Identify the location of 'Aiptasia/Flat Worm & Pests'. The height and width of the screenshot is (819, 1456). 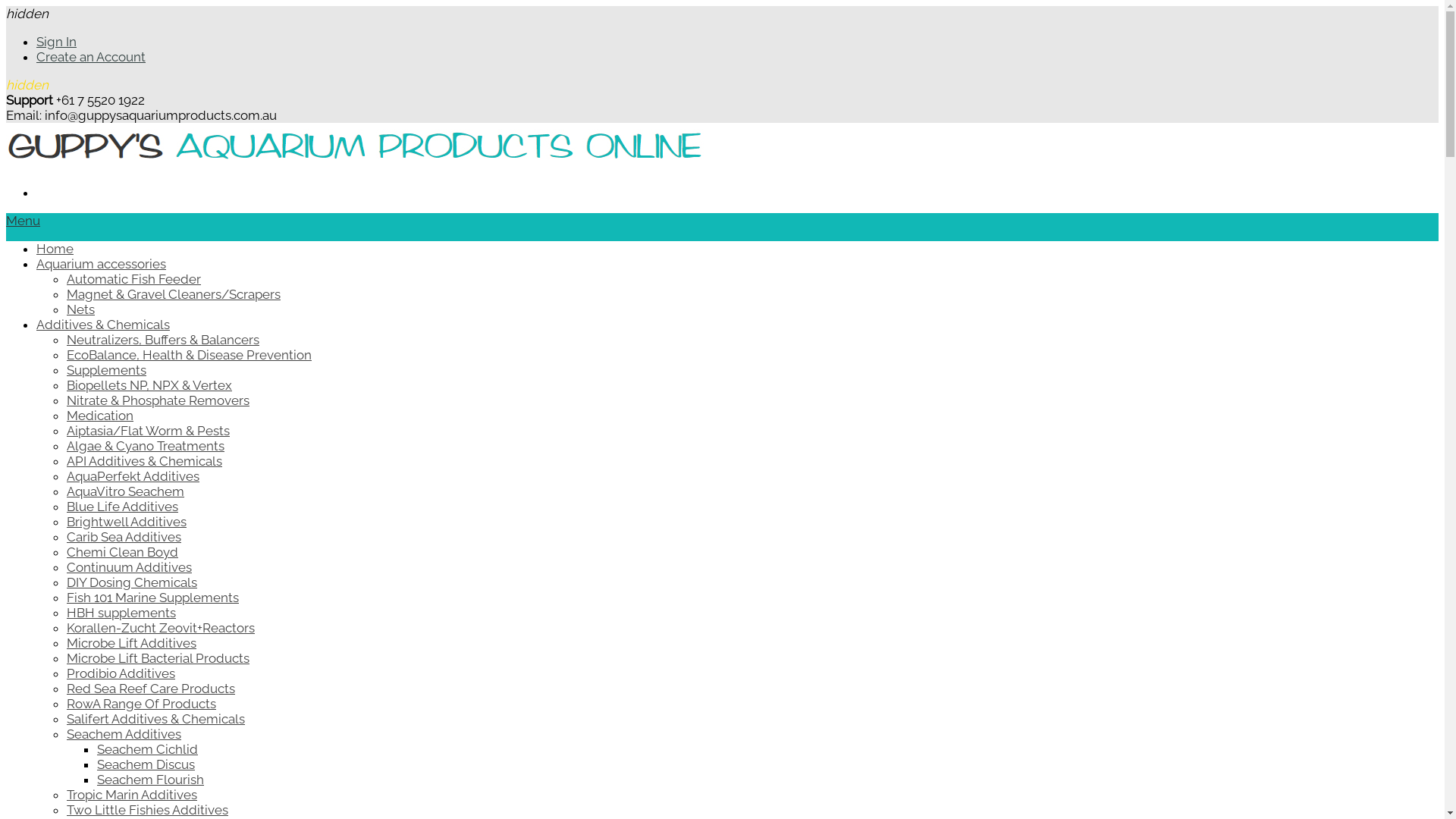
(65, 430).